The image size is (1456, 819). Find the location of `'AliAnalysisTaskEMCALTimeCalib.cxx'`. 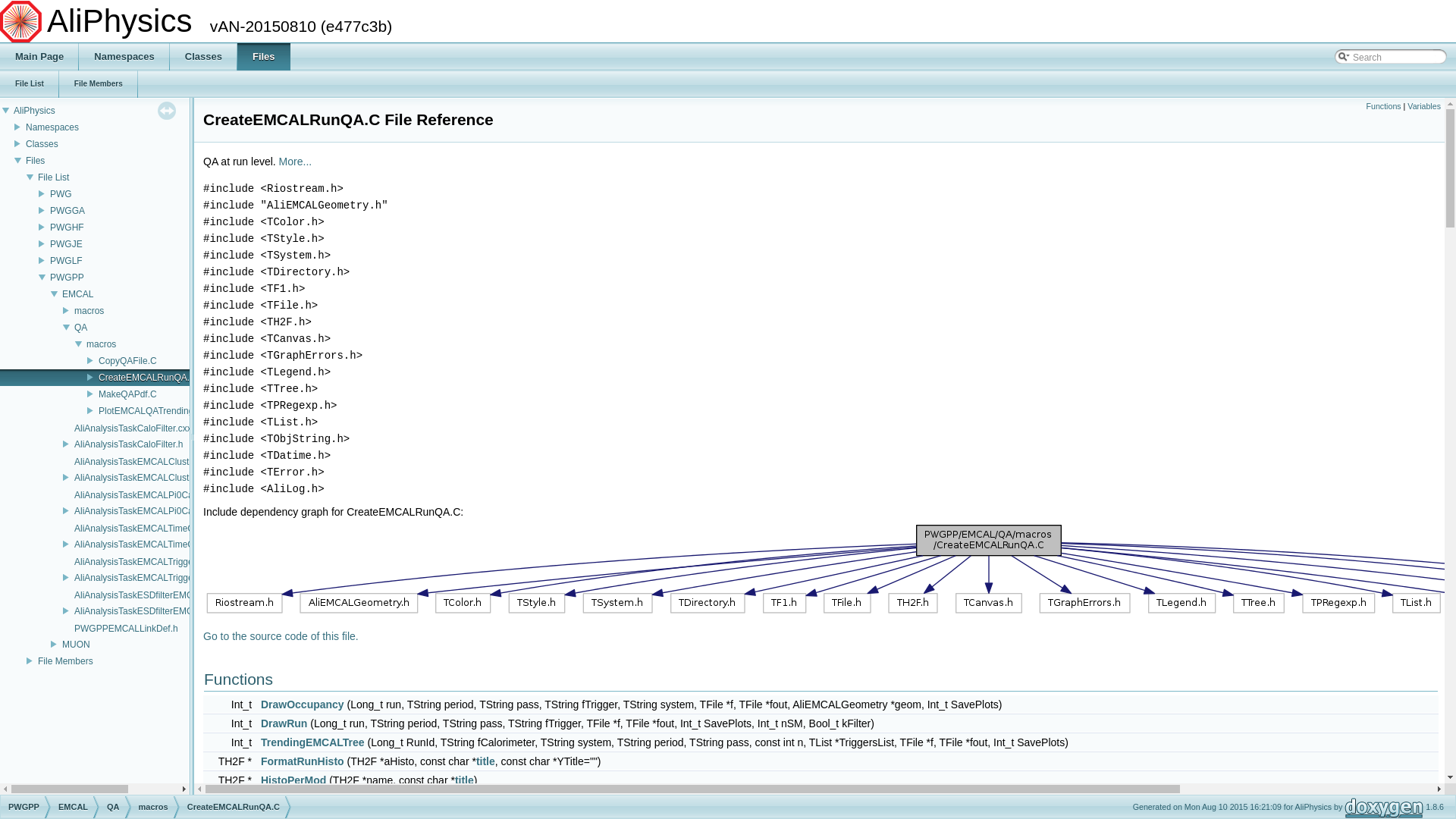

'AliAnalysisTaskEMCALTimeCalib.cxx' is located at coordinates (149, 528).